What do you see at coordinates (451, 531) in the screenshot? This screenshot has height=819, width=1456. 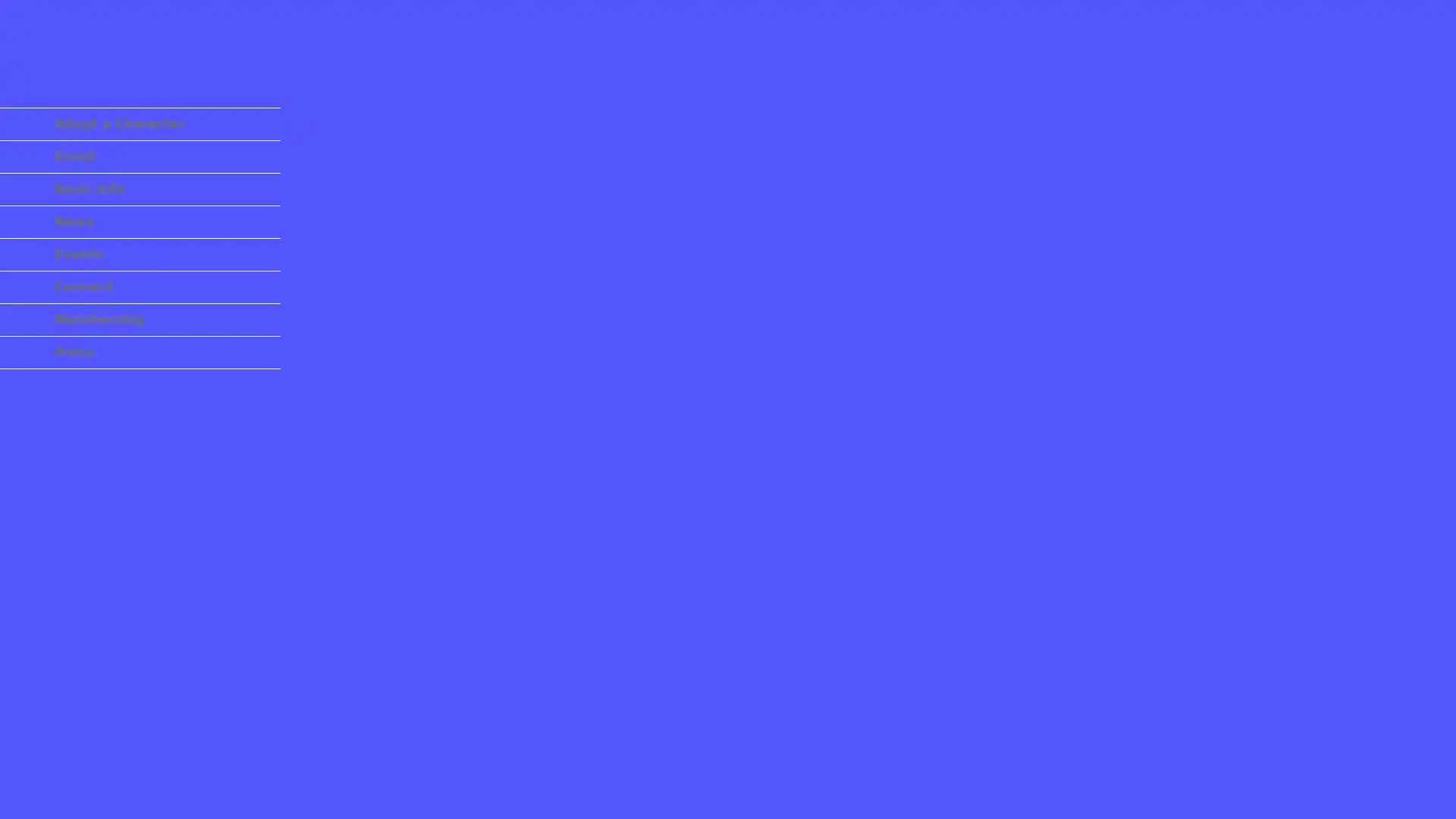 I see `_ U+FE34` at bounding box center [451, 531].